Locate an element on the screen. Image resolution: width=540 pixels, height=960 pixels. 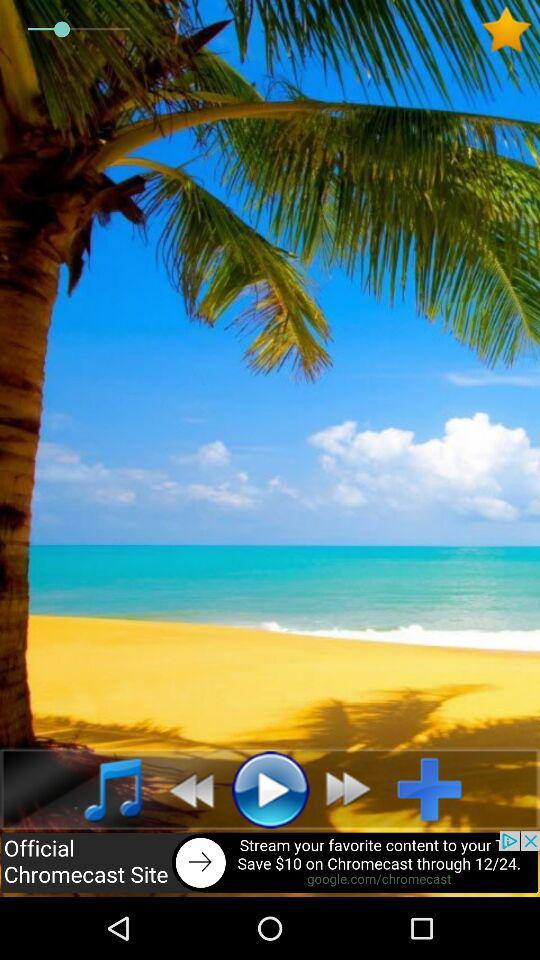
space where you access advertising is located at coordinates (270, 863).